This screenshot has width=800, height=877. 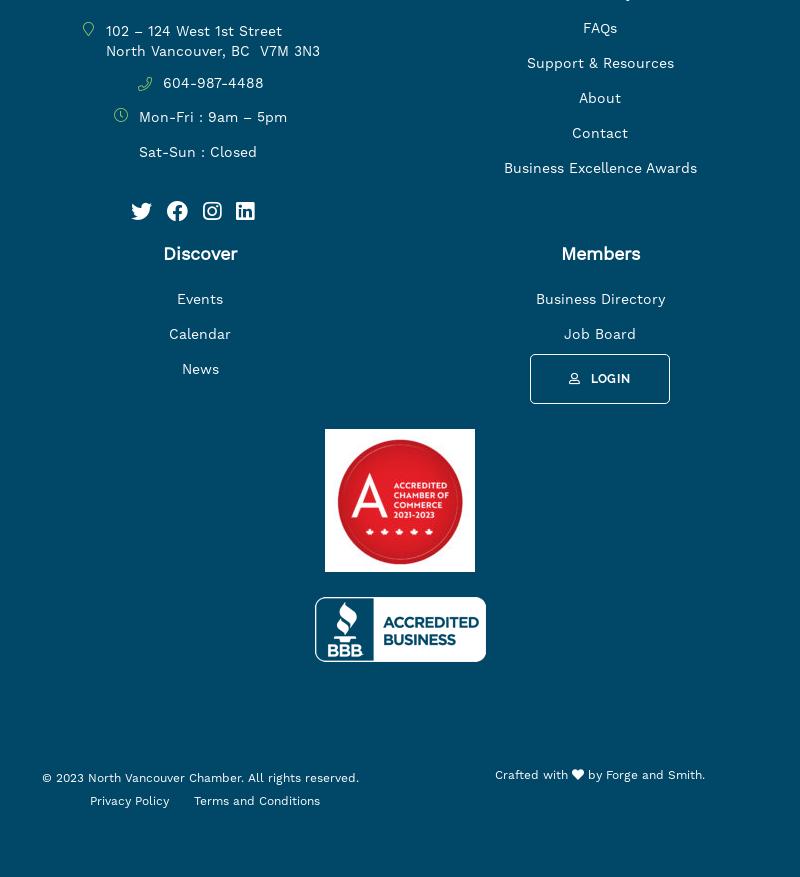 I want to click on 'About', so click(x=600, y=96).